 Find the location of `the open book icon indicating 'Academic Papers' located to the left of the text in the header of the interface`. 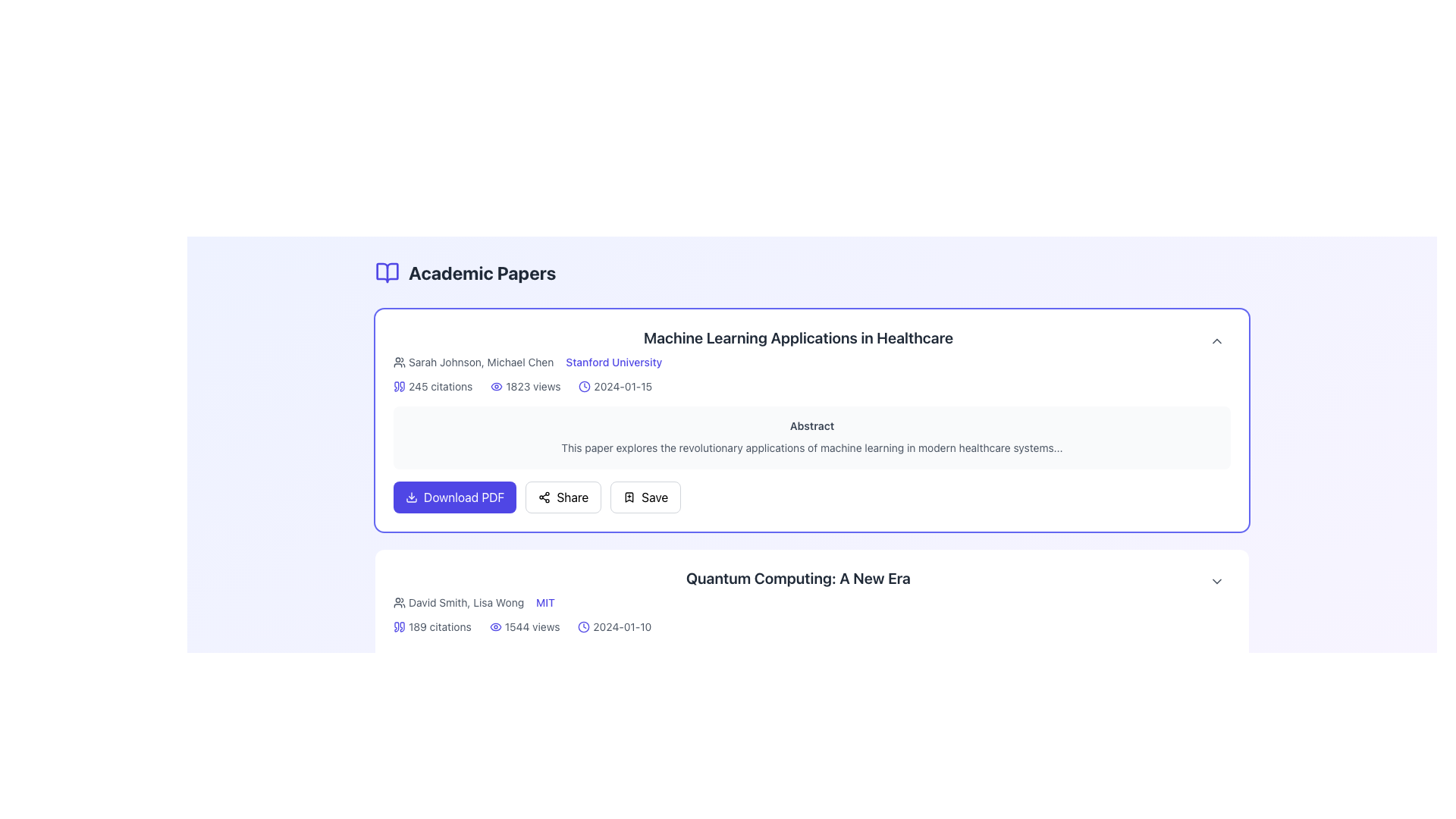

the open book icon indicating 'Academic Papers' located to the left of the text in the header of the interface is located at coordinates (387, 271).